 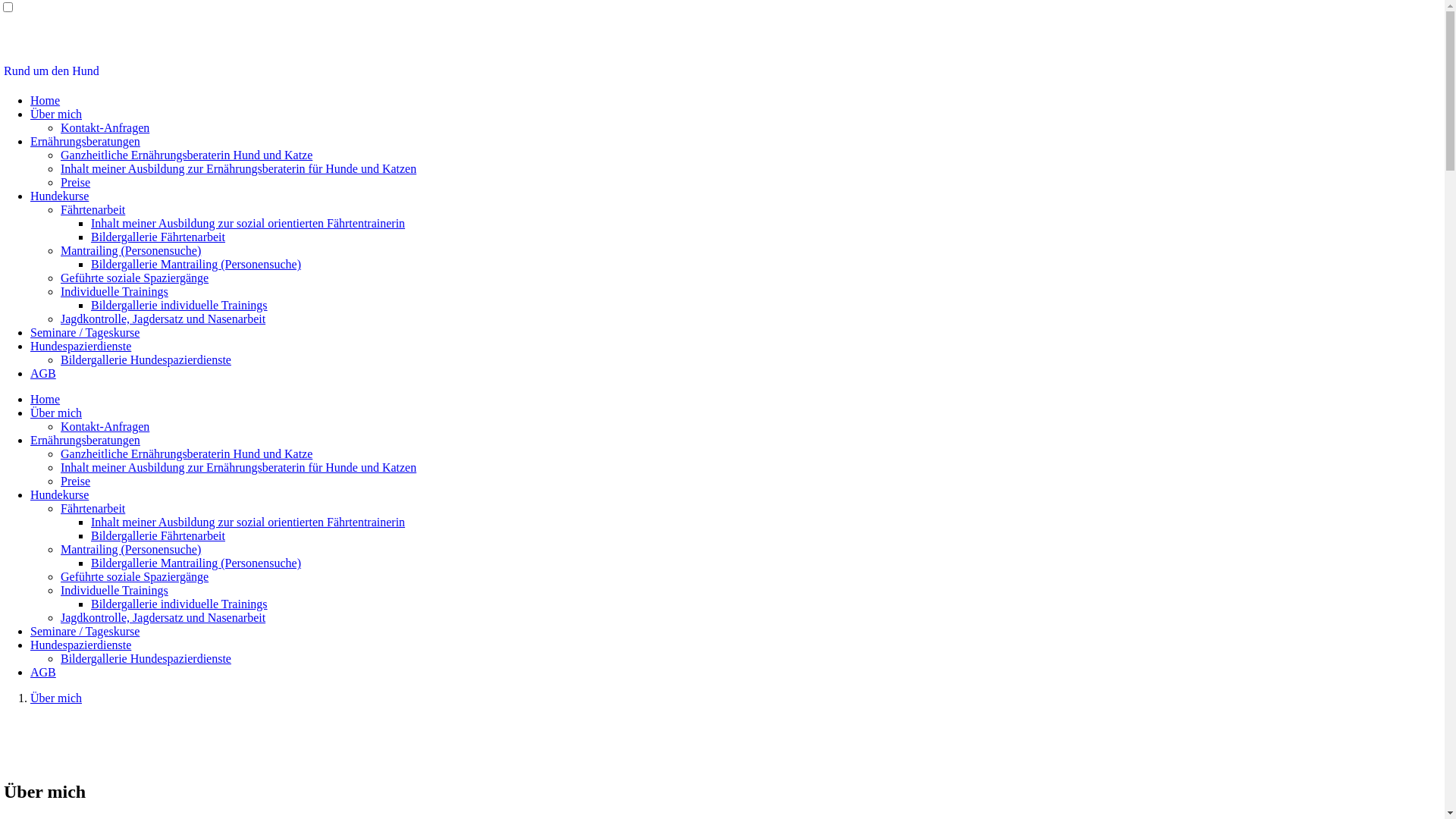 What do you see at coordinates (104, 426) in the screenshot?
I see `'Kontakt-Anfragen'` at bounding box center [104, 426].